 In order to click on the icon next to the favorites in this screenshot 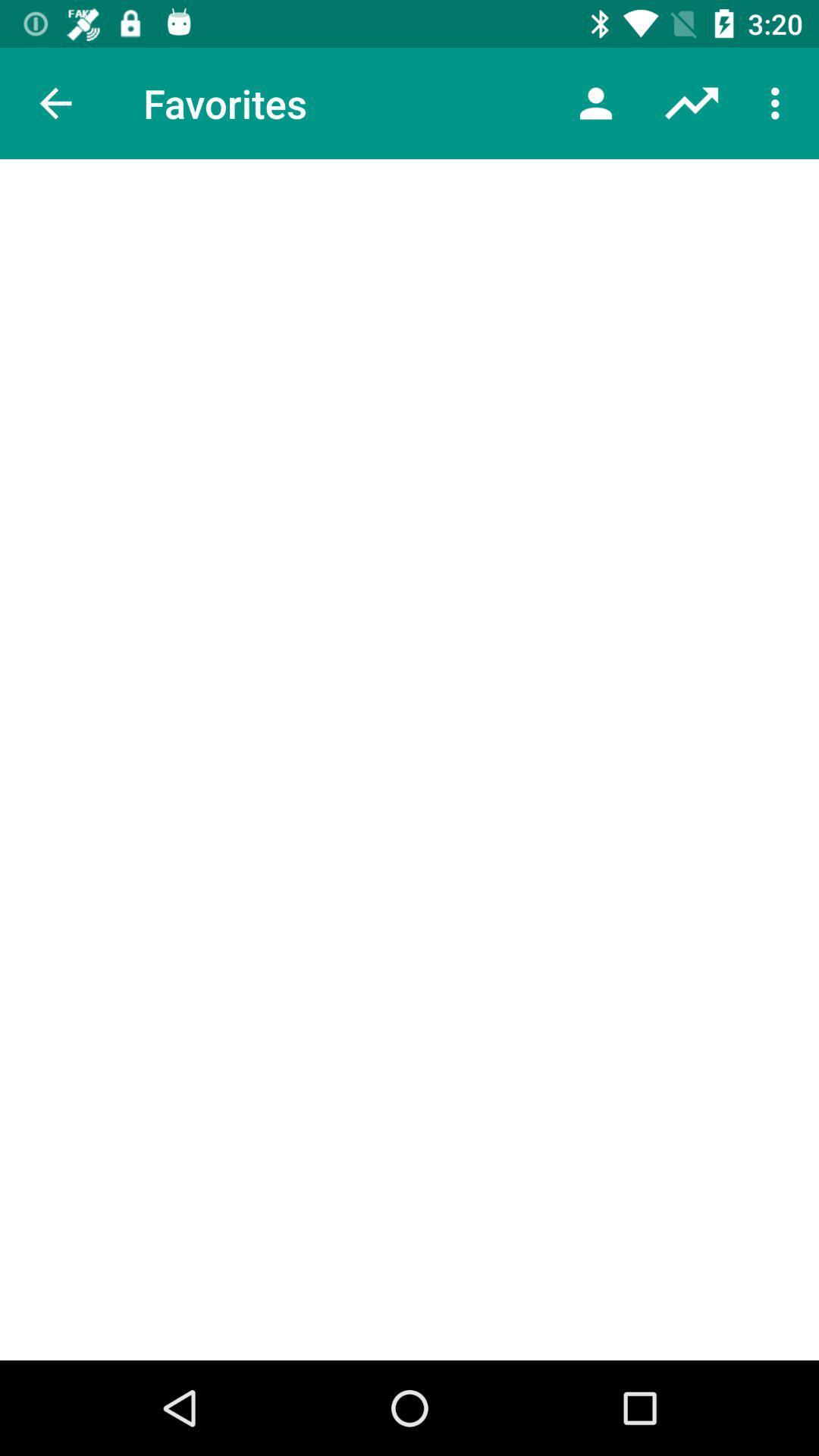, I will do `click(595, 102)`.